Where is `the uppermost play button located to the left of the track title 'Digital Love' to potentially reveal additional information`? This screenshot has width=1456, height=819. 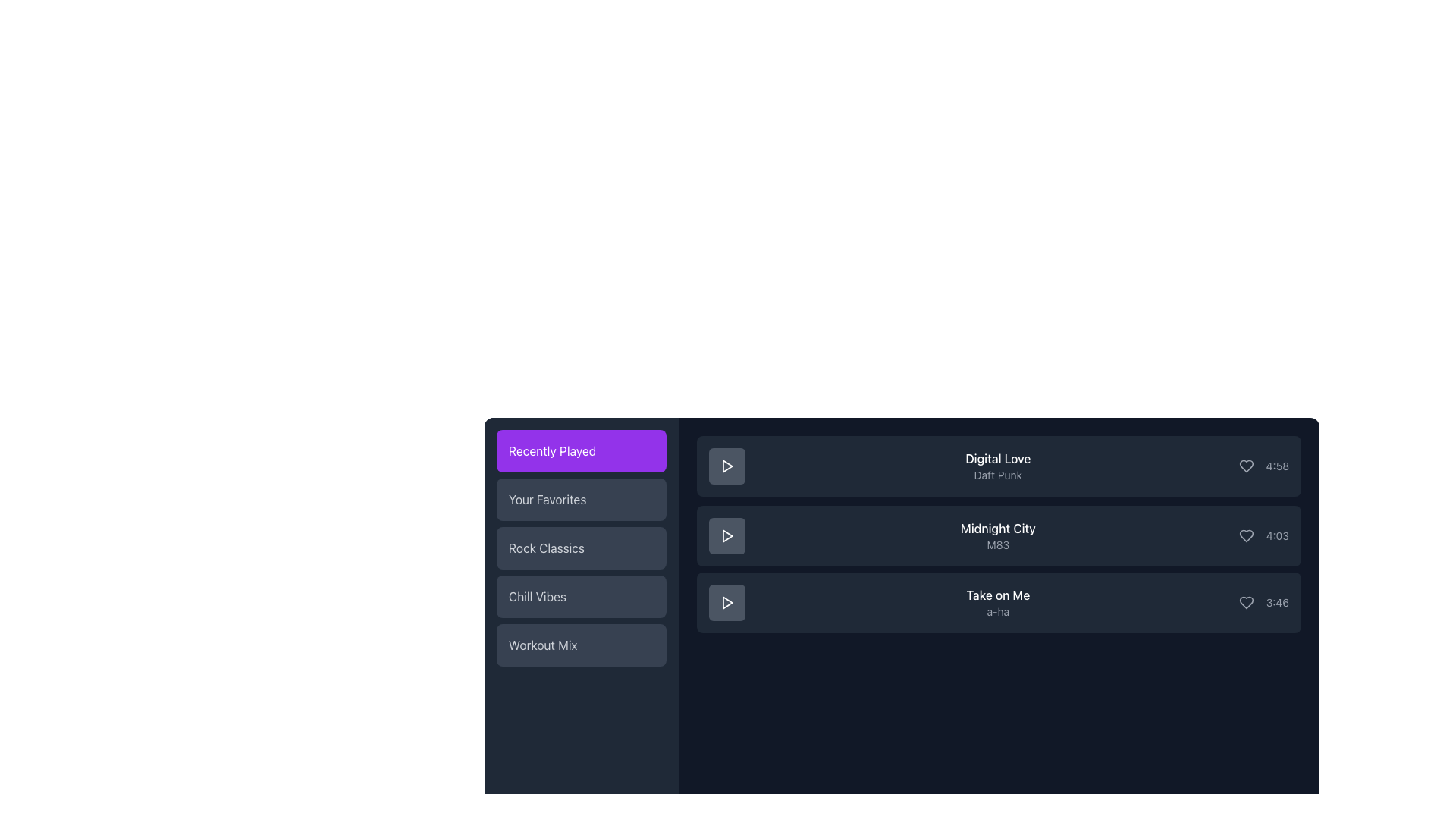 the uppermost play button located to the left of the track title 'Digital Love' to potentially reveal additional information is located at coordinates (726, 465).